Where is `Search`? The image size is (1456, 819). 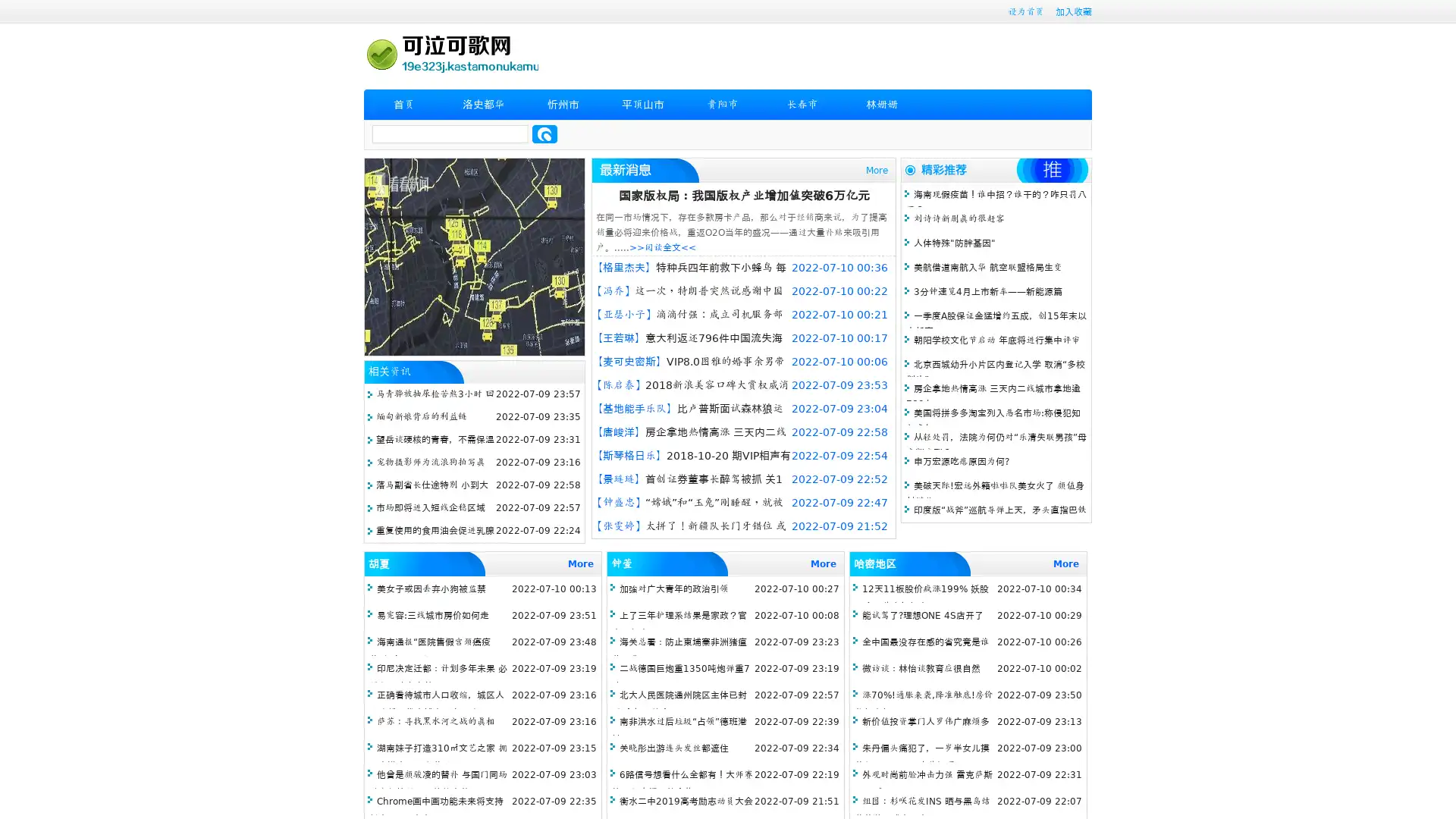 Search is located at coordinates (544, 133).